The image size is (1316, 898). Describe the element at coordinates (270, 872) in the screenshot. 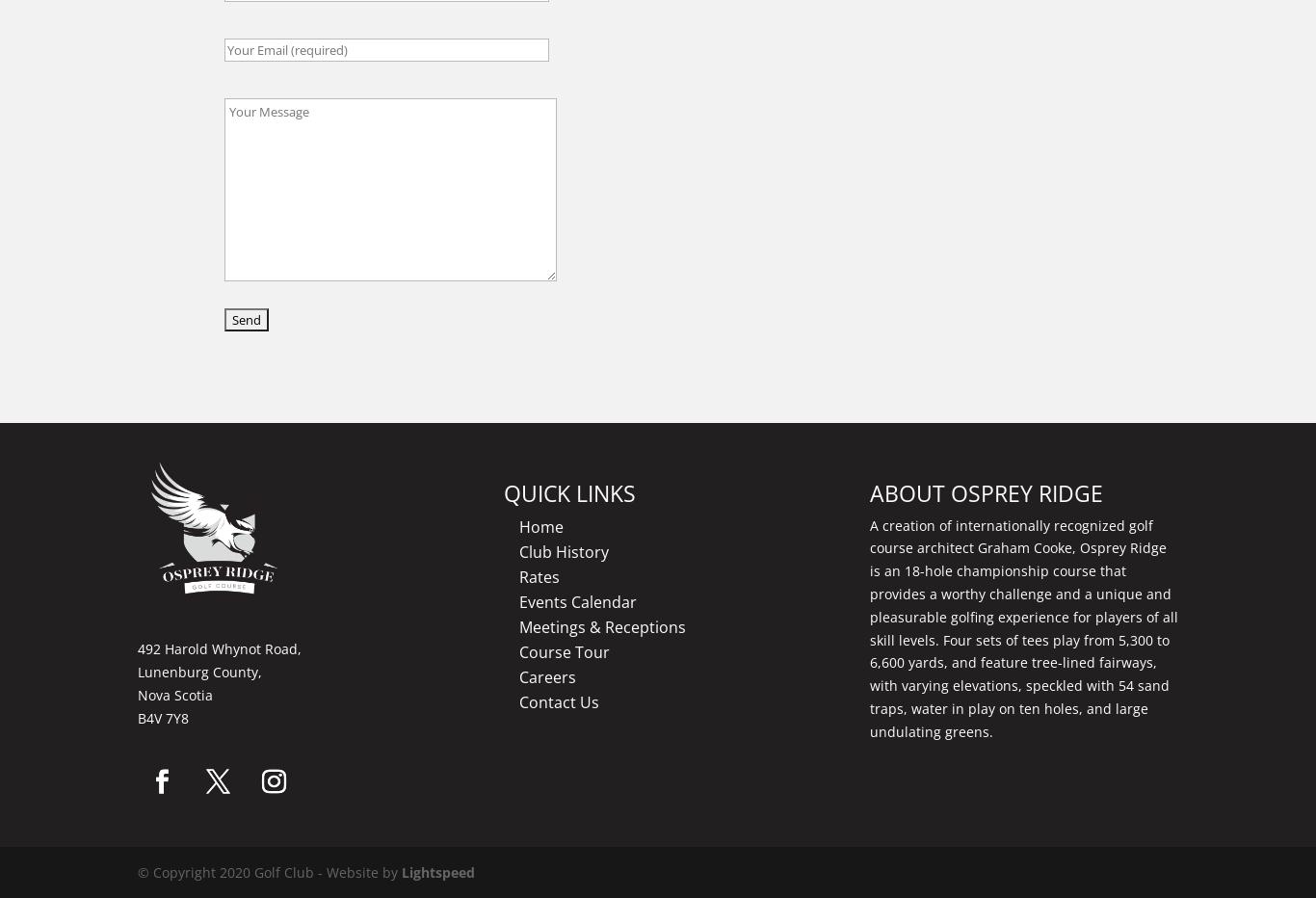

I see `'© Copyright 2020 Golf Club - Website by'` at that location.